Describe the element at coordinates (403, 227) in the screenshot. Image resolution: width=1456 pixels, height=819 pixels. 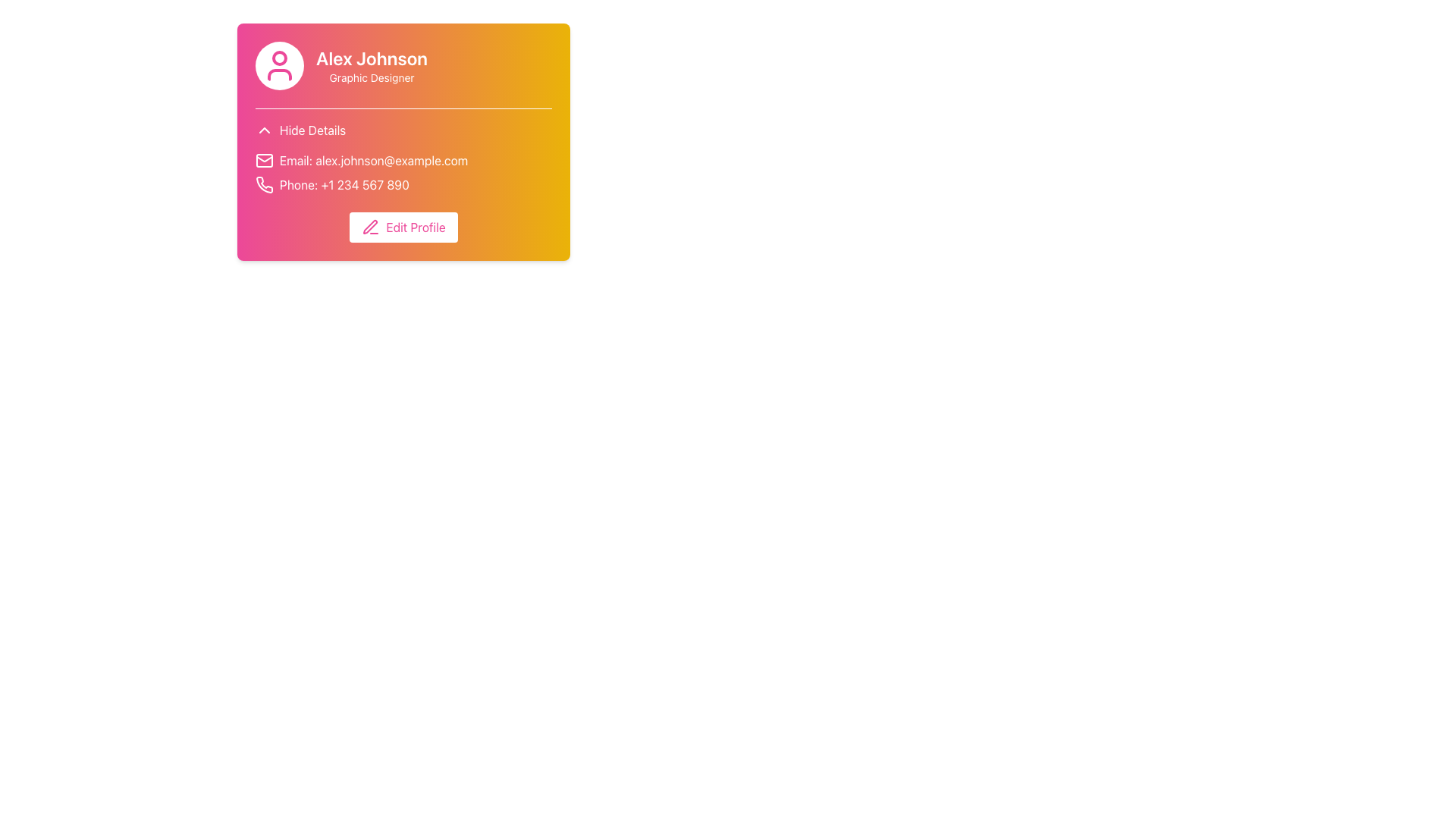
I see `the profile edit button located at the bottom of the profile card to observe the hover effect` at that location.